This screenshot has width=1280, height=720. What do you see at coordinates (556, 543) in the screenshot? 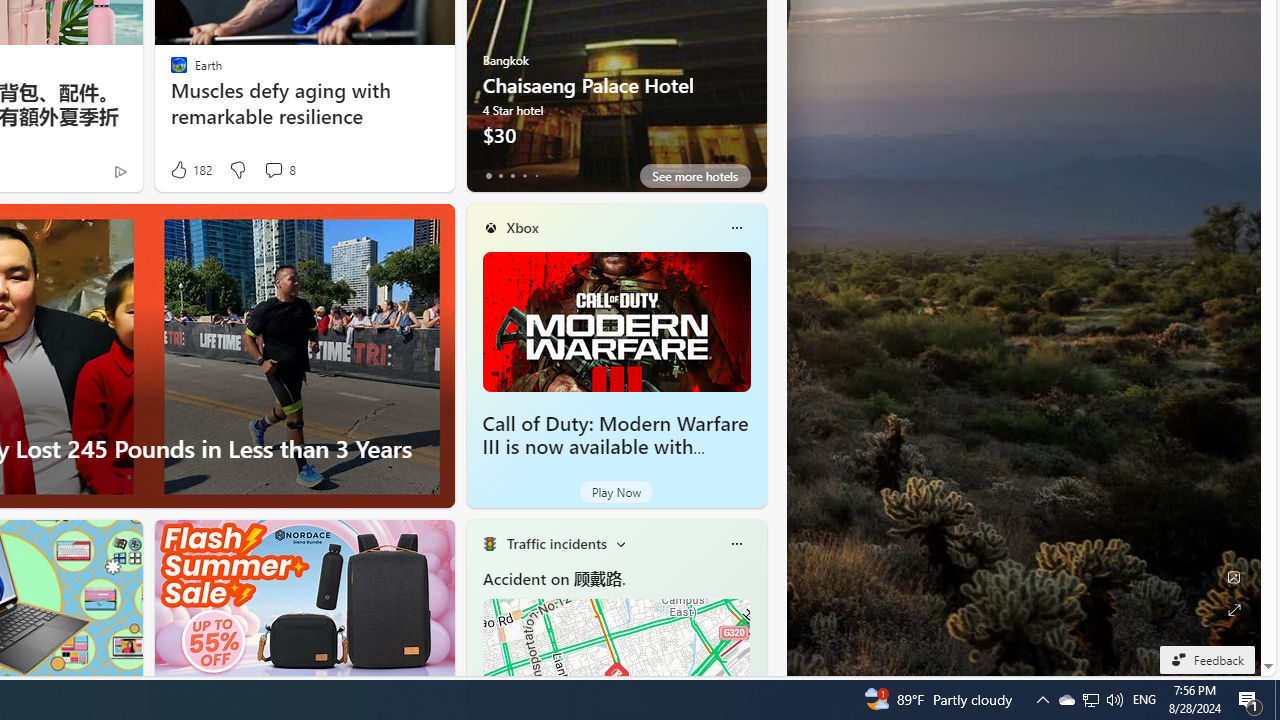
I see `'Traffic incidents'` at bounding box center [556, 543].